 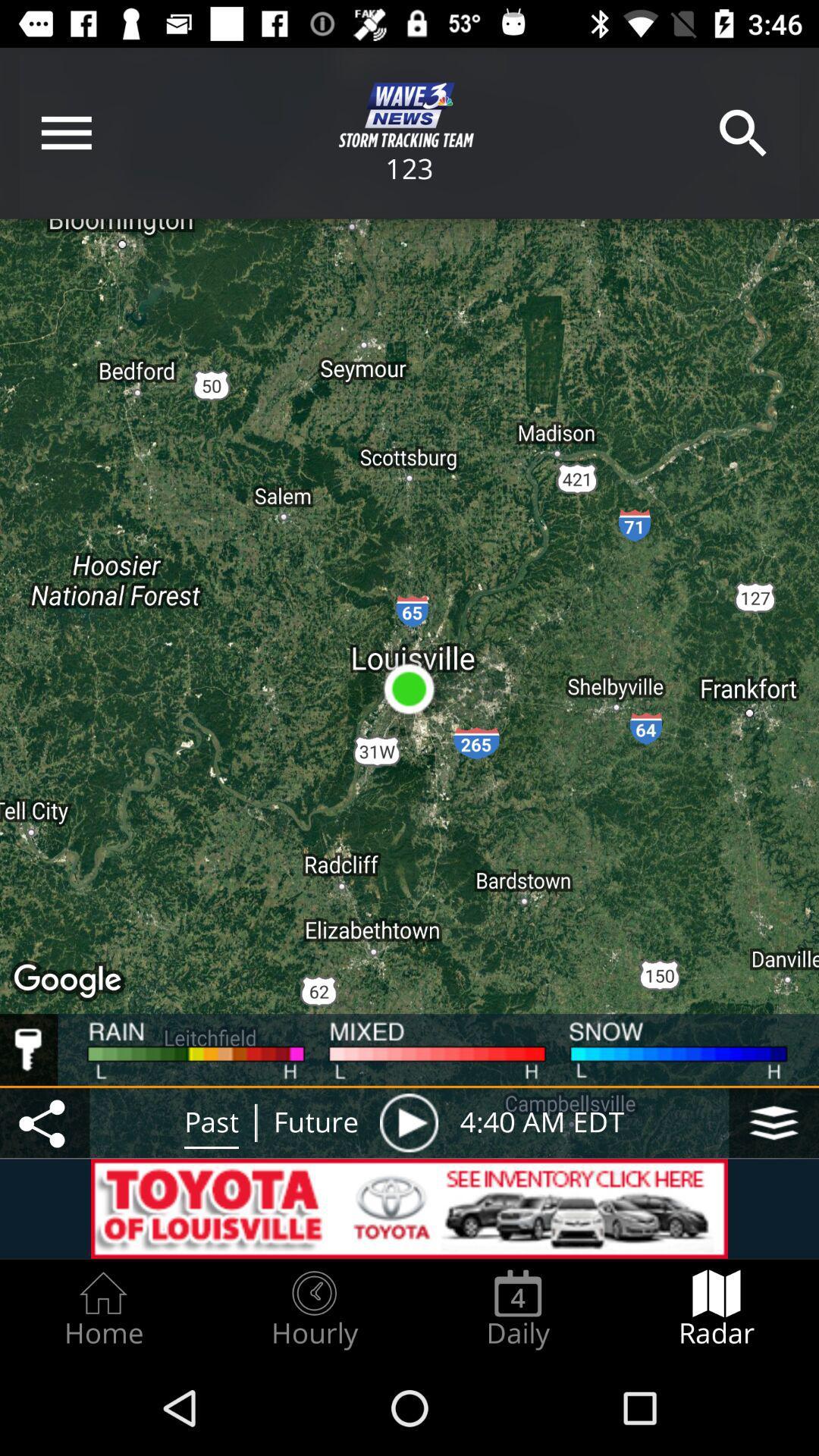 What do you see at coordinates (313, 1309) in the screenshot?
I see `the hourly item` at bounding box center [313, 1309].